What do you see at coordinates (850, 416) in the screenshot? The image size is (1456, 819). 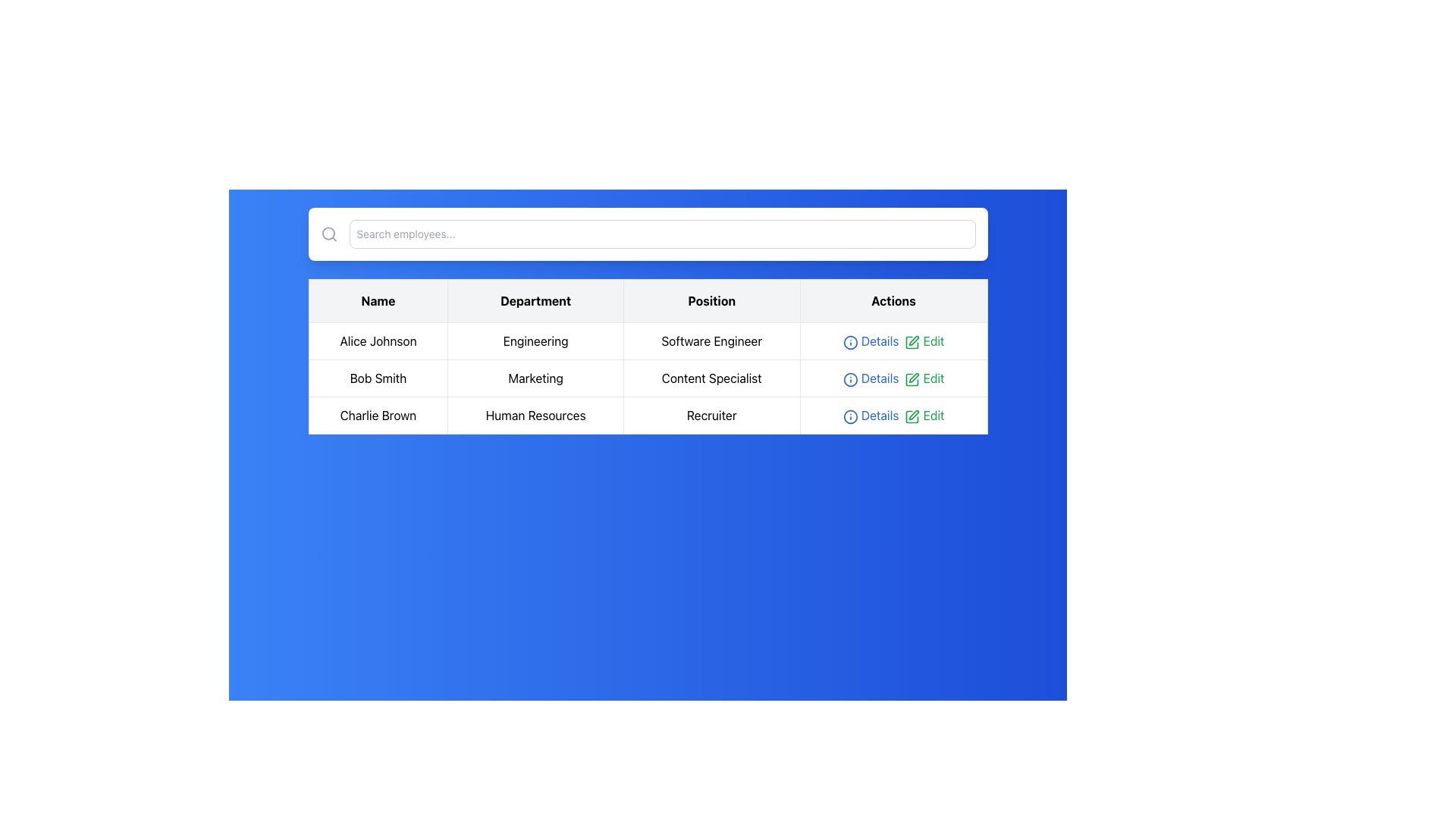 I see `blue outlined circle SVG element located in the 'Actions' column of the third row of the data table, adjacent to the 'Details' text` at bounding box center [850, 416].